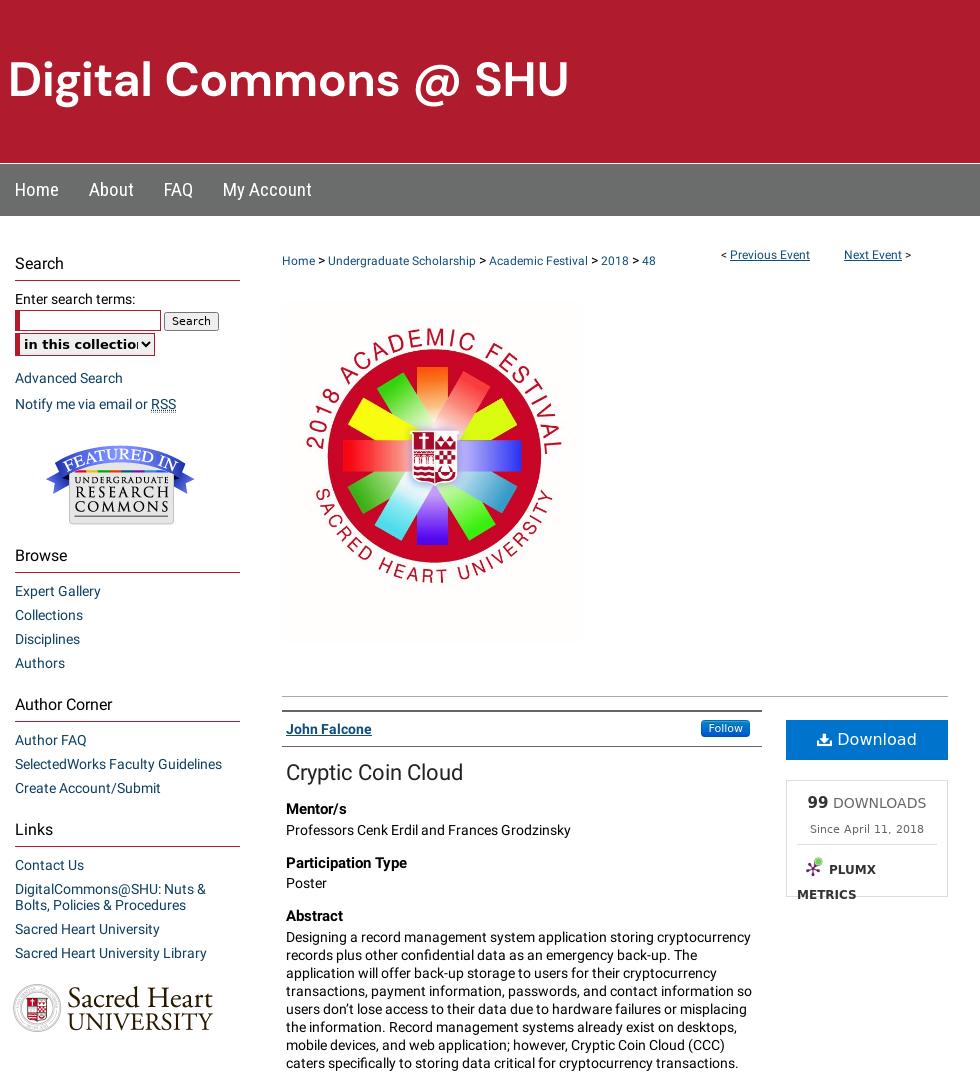  What do you see at coordinates (403, 259) in the screenshot?
I see `'Undergraduate Scholarship'` at bounding box center [403, 259].